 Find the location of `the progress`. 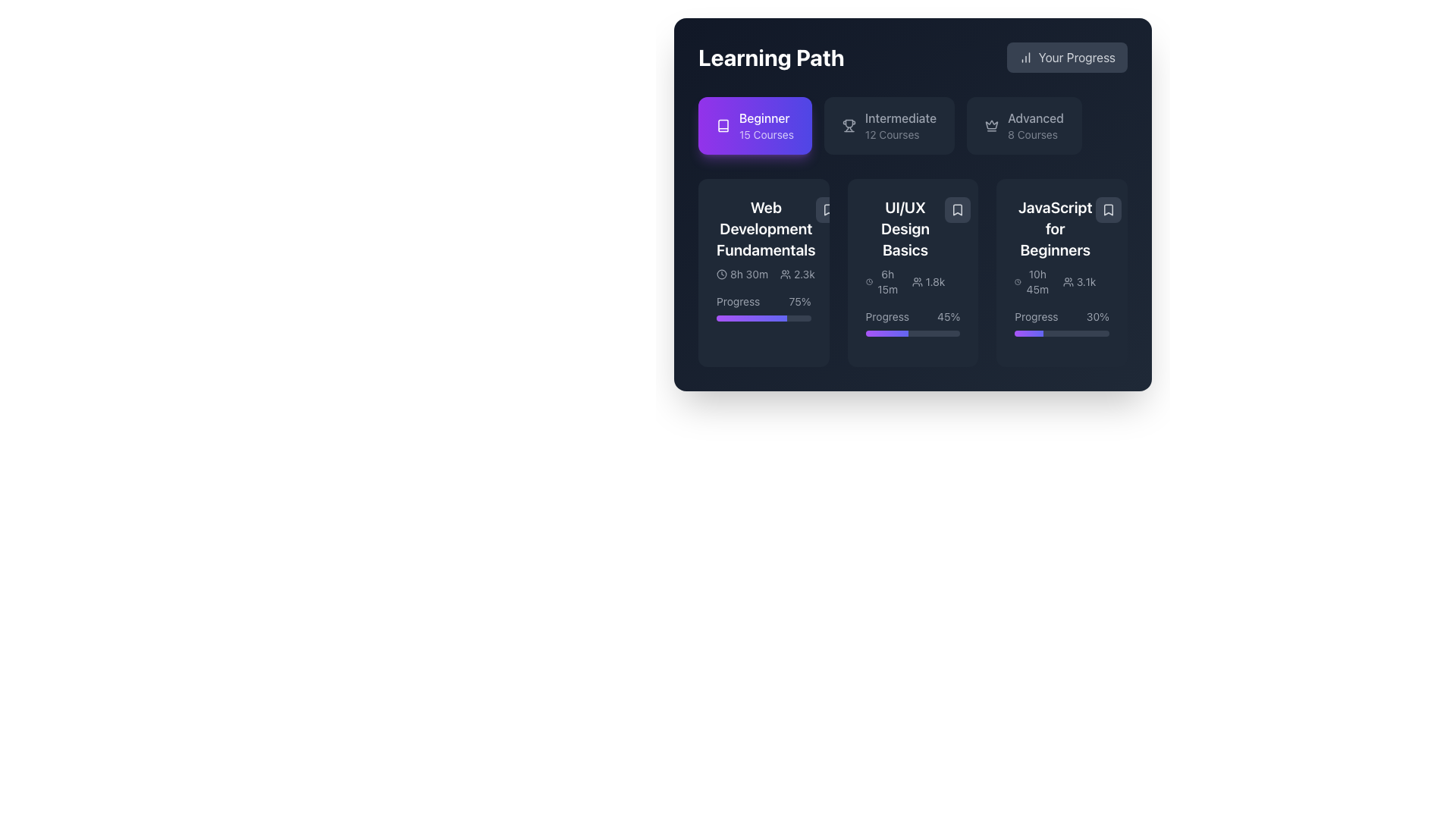

the progress is located at coordinates (748, 318).